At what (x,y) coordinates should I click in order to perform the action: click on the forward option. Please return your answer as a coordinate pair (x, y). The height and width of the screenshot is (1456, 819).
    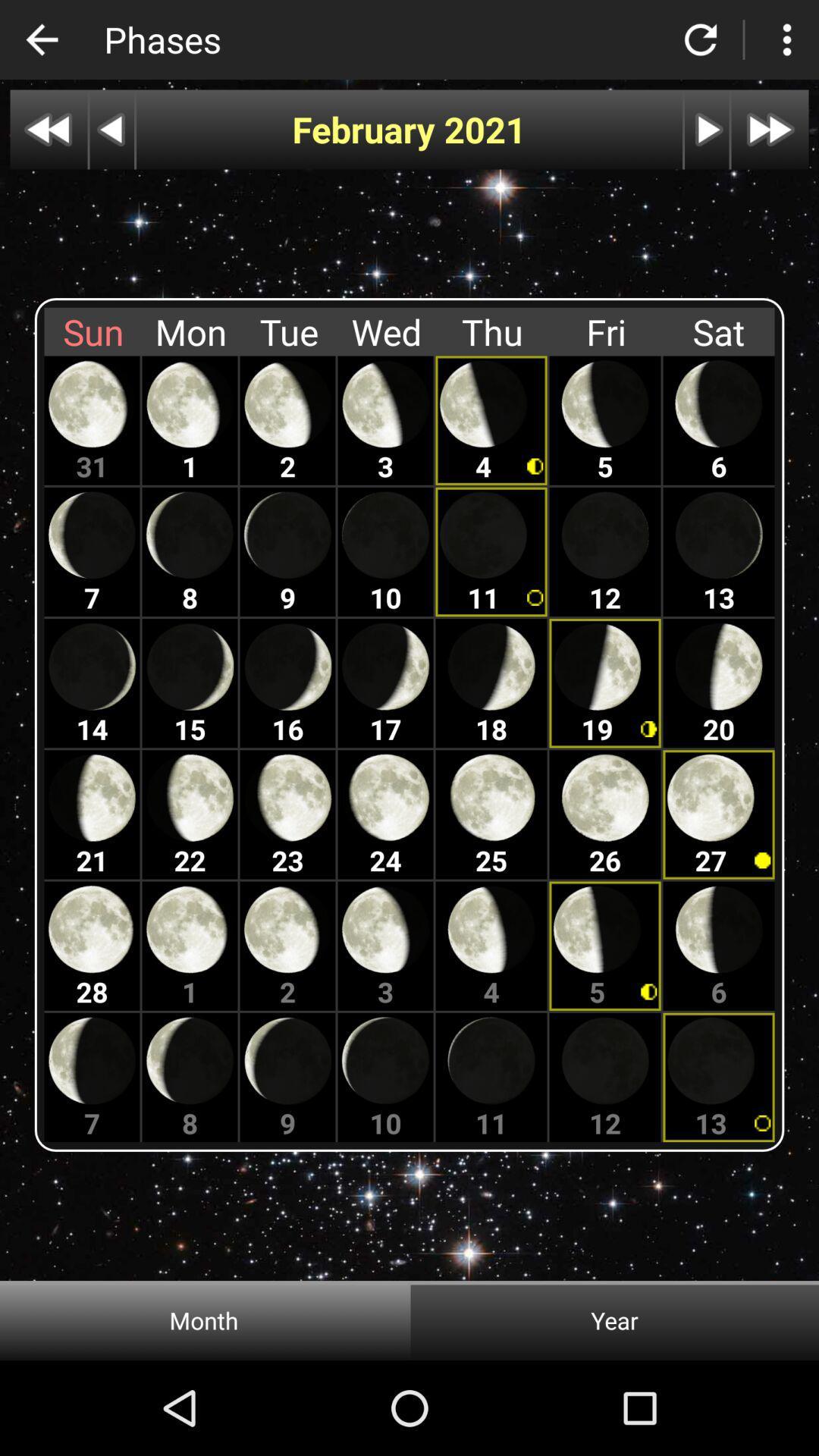
    Looking at the image, I should click on (770, 130).